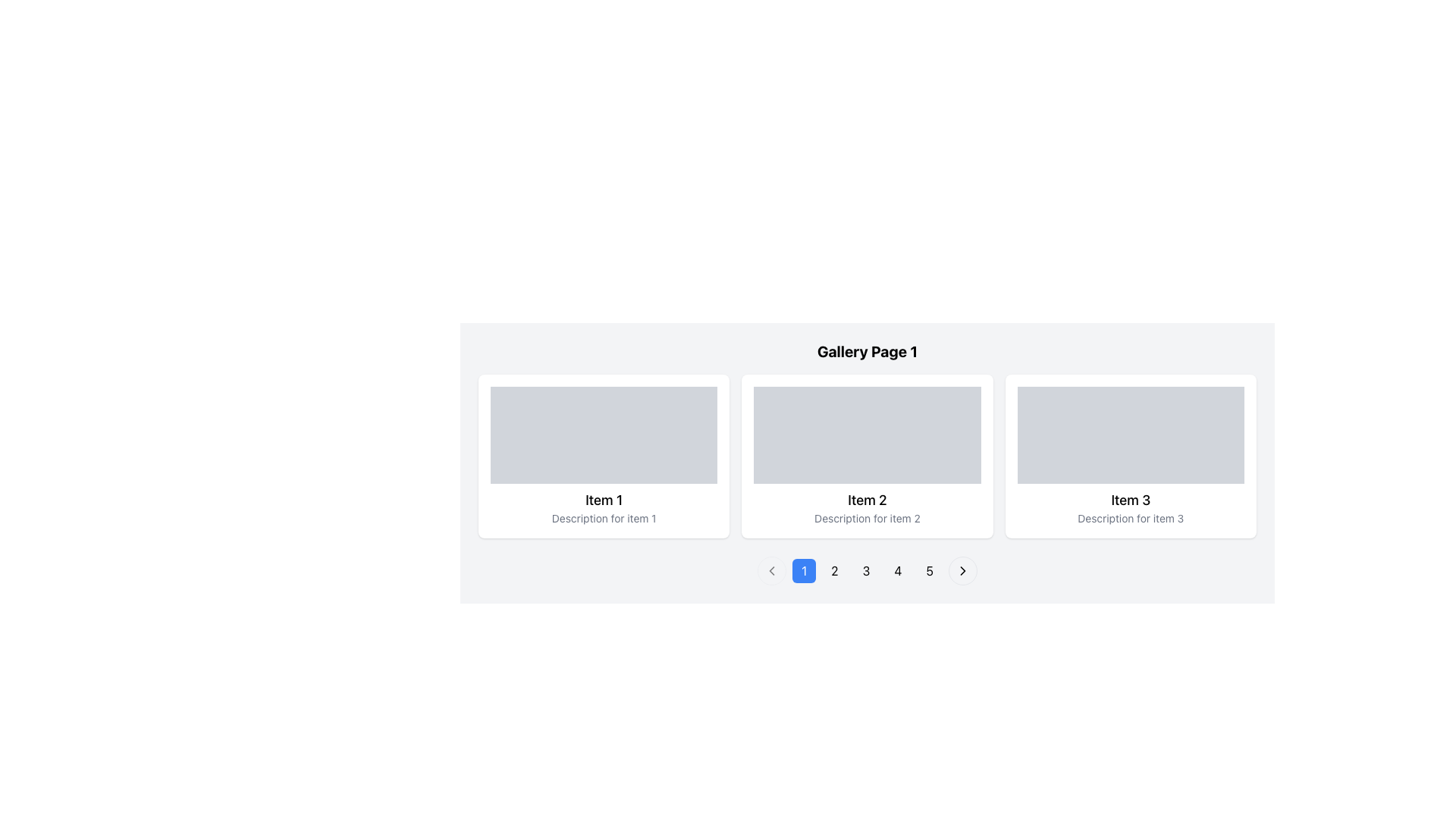 This screenshot has width=1456, height=819. What do you see at coordinates (962, 570) in the screenshot?
I see `the right-facing chevron icon located within the circular button of the pagination control for keyboard navigation` at bounding box center [962, 570].